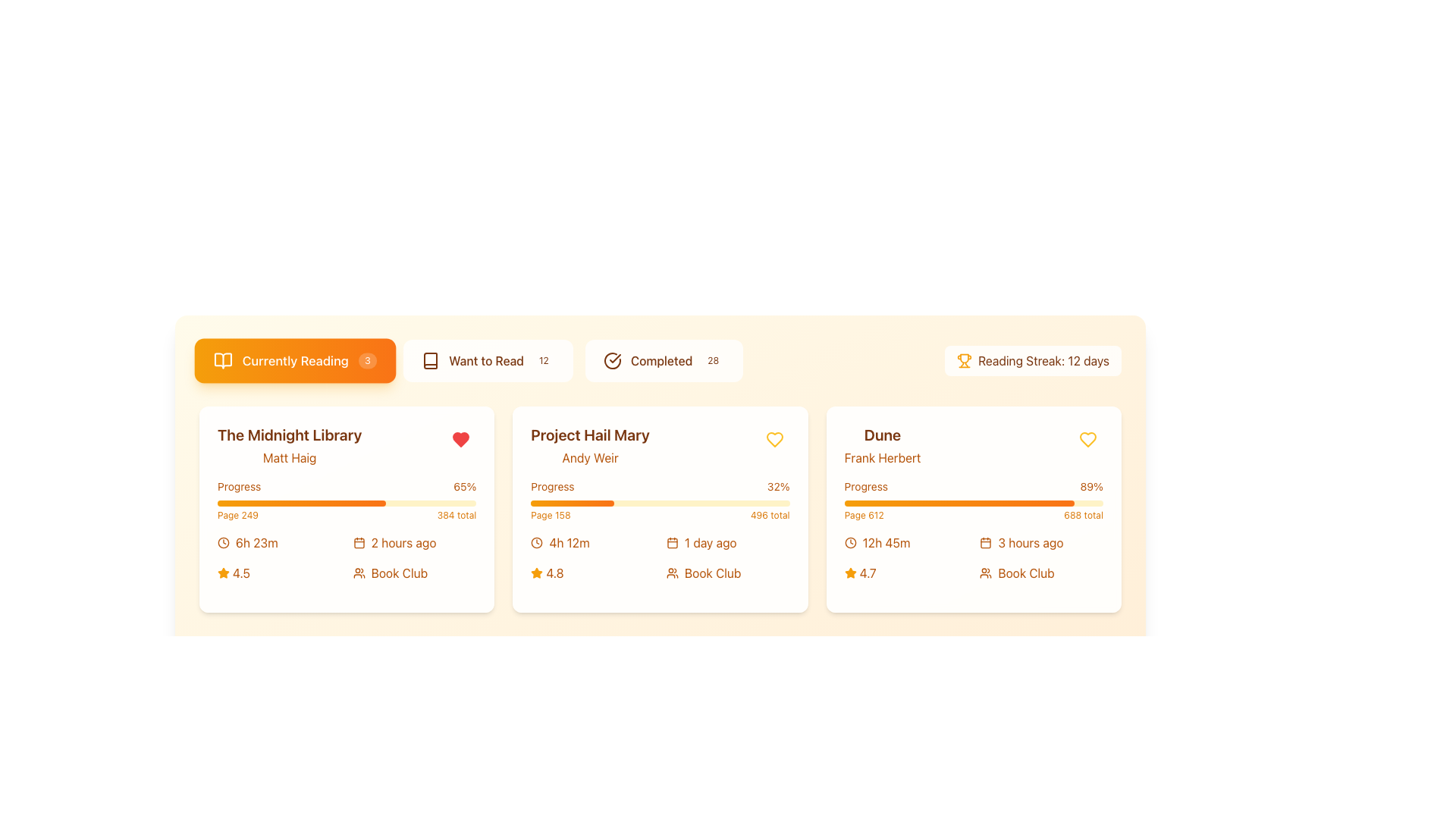  What do you see at coordinates (959, 503) in the screenshot?
I see `the progress bar styled with a gradient from amber to orange, which is filled to approximately 89% of its width, located in the 'Progress' section of the card associated with the book 'Dune' by Frank Herbert` at bounding box center [959, 503].